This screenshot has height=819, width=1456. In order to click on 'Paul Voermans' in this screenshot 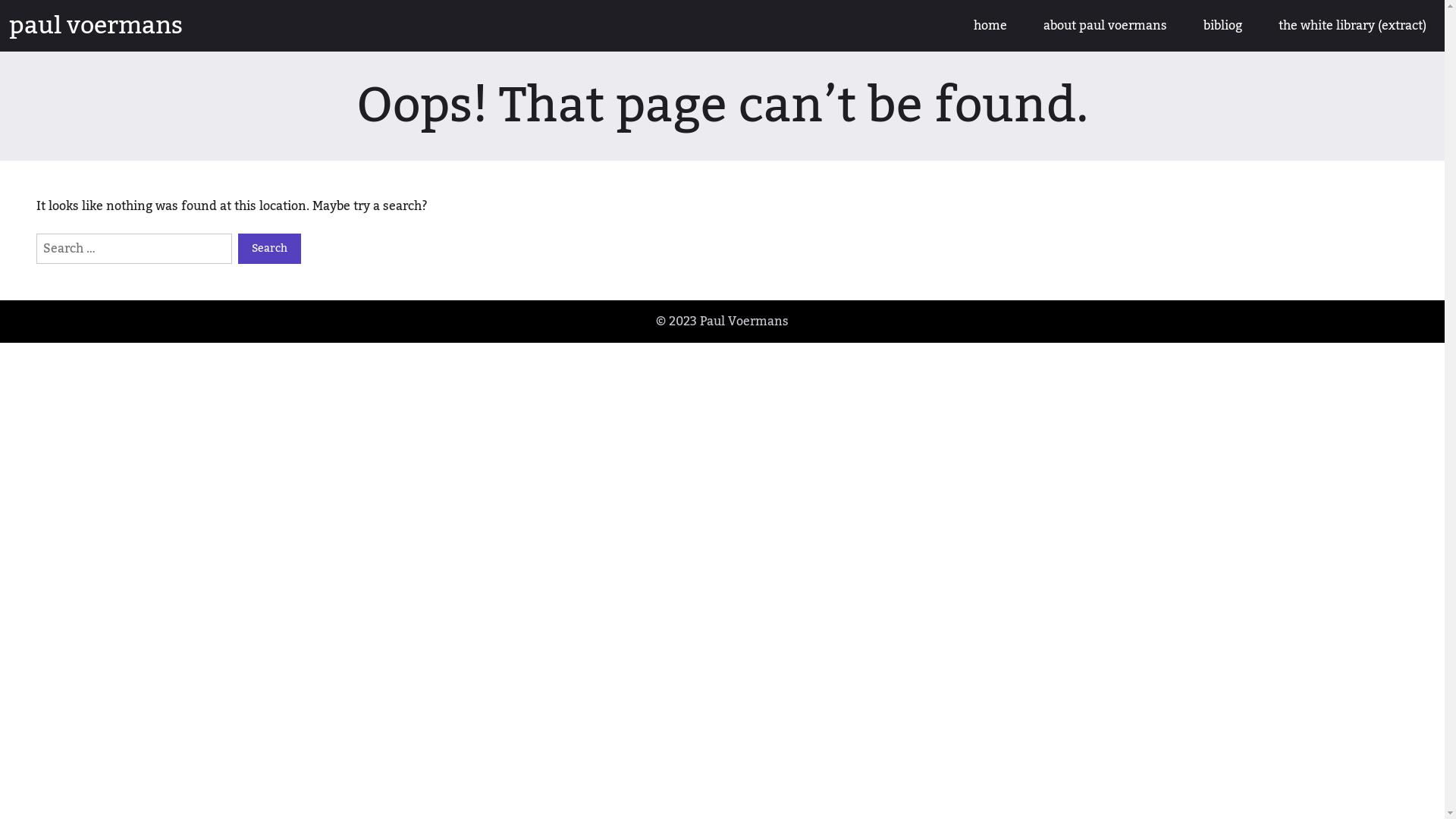, I will do `click(744, 321)`.